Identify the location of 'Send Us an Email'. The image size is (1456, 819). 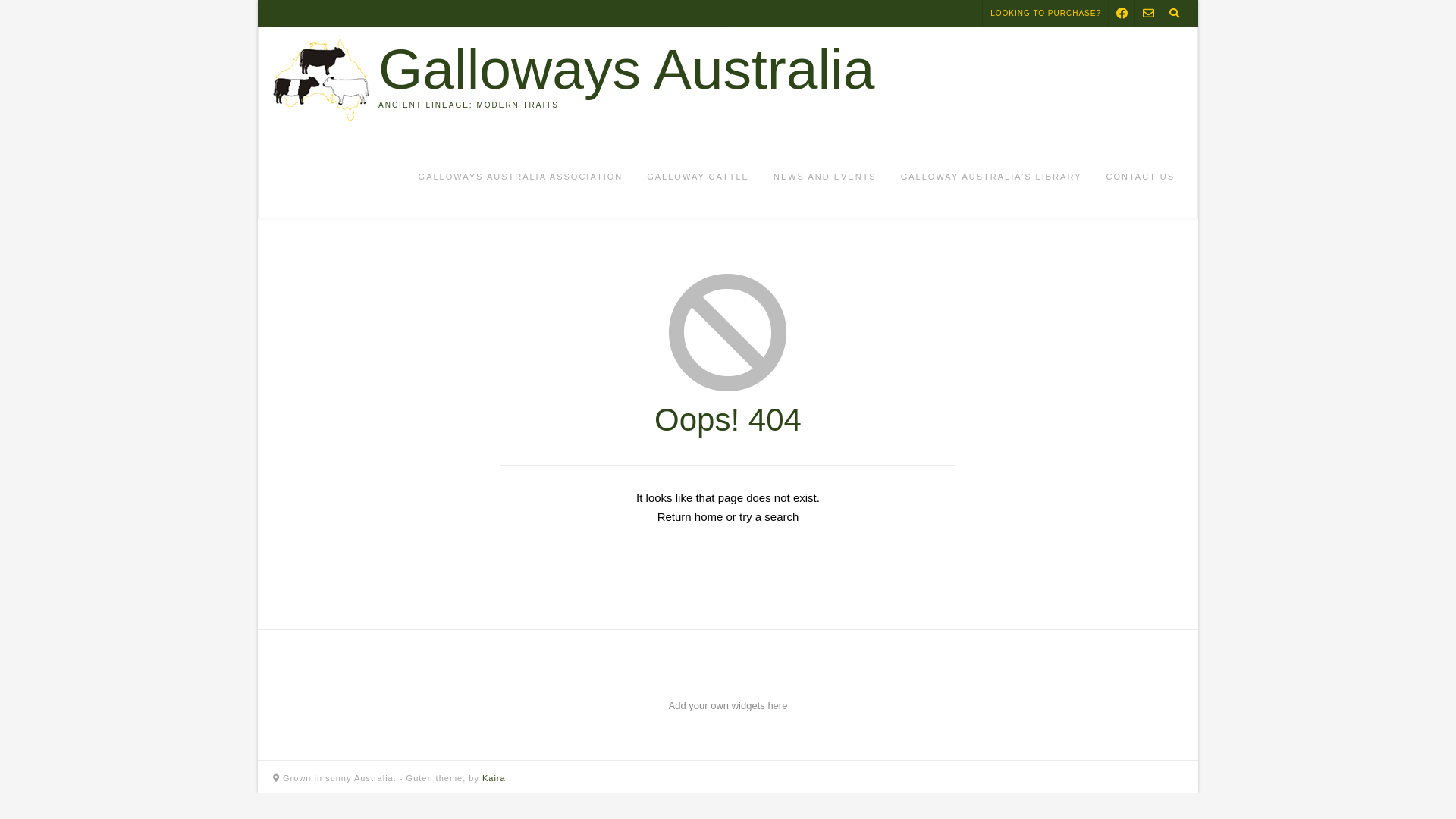
(1148, 13).